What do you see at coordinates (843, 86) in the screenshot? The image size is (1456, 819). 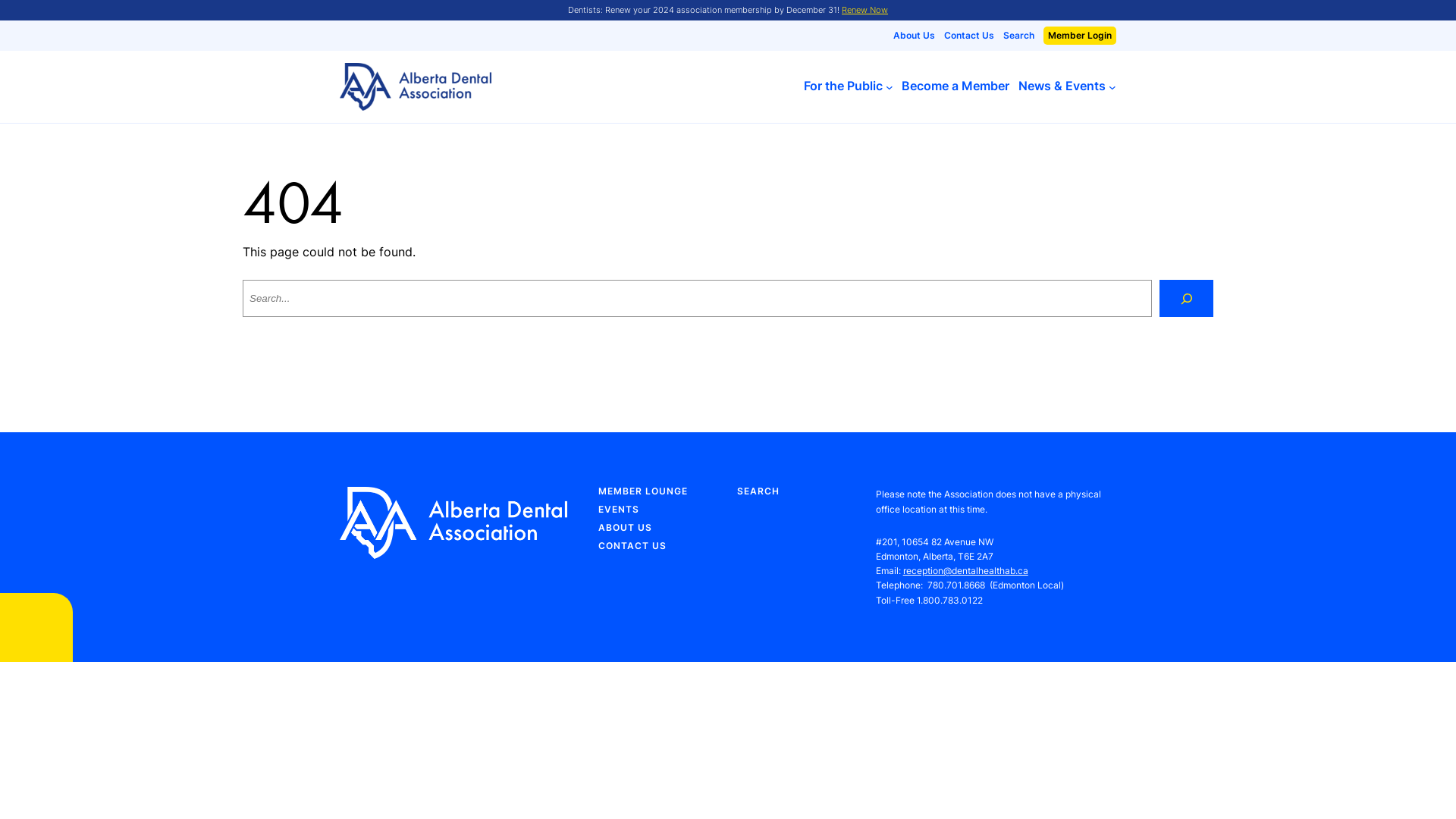 I see `'For the Public'` at bounding box center [843, 86].